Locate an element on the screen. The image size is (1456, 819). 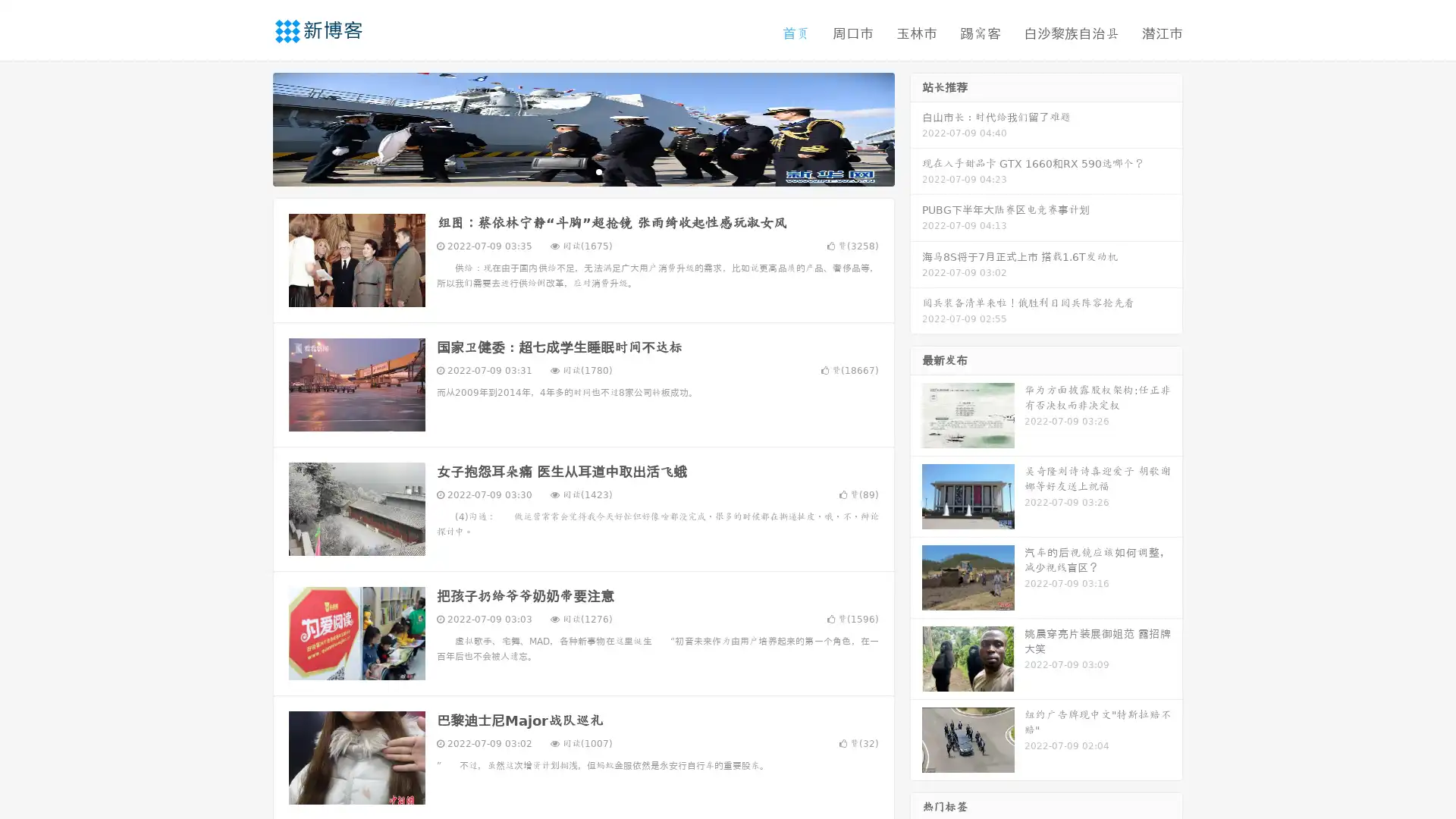
Go to slide 2 is located at coordinates (582, 171).